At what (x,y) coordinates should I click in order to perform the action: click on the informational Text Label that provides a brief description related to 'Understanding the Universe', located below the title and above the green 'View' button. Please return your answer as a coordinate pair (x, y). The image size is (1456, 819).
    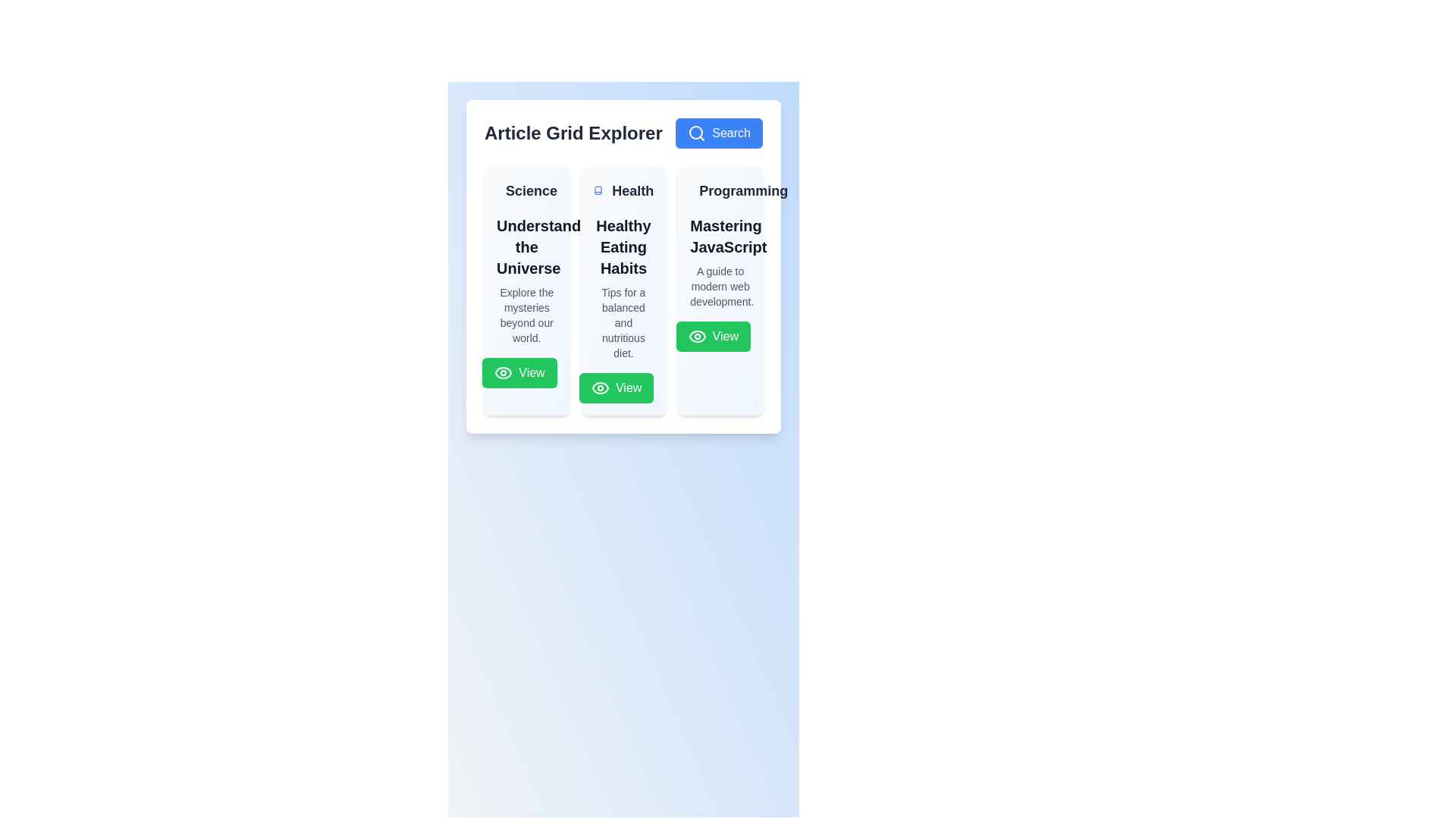
    Looking at the image, I should click on (526, 315).